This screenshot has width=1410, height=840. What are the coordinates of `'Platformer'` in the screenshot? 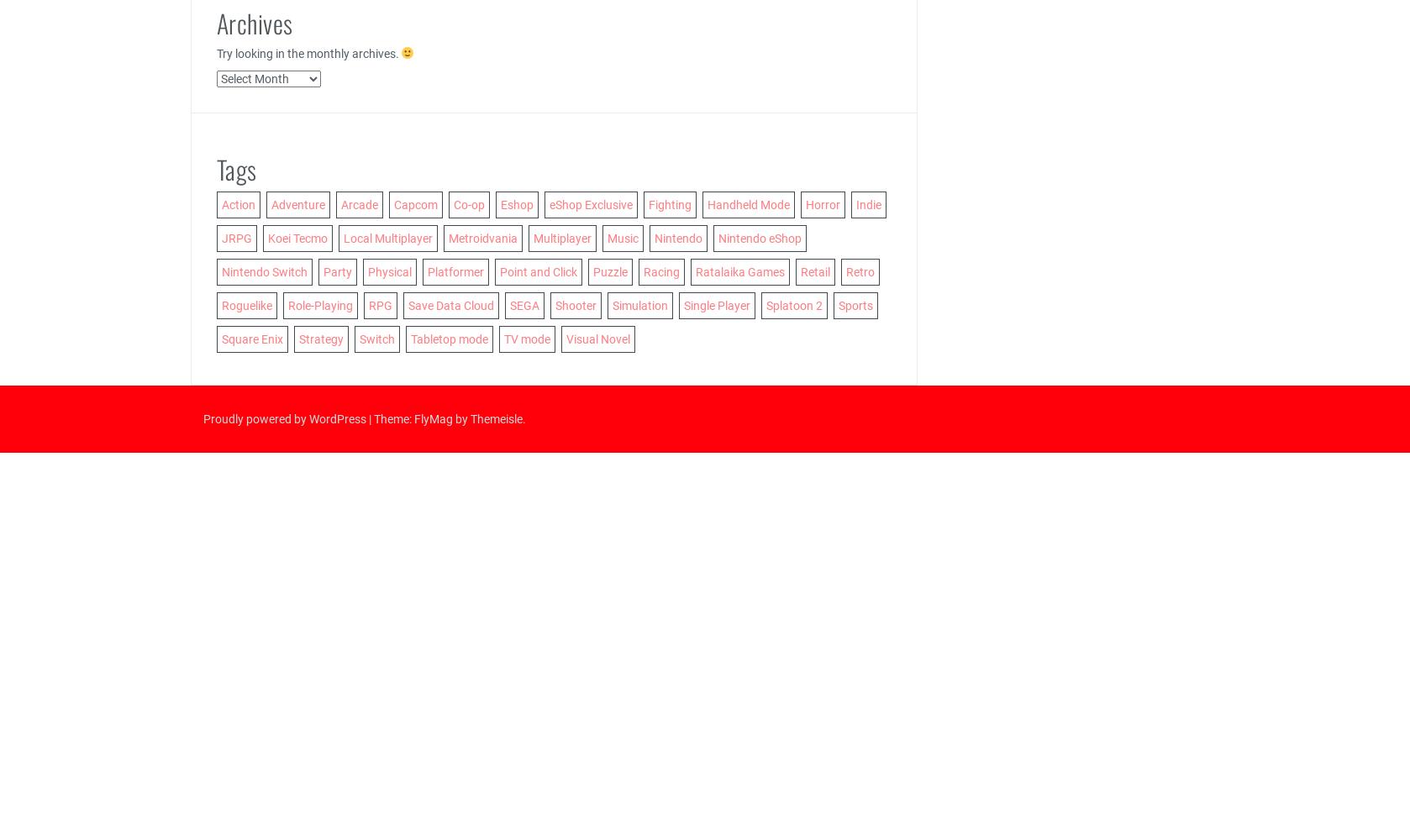 It's located at (454, 270).